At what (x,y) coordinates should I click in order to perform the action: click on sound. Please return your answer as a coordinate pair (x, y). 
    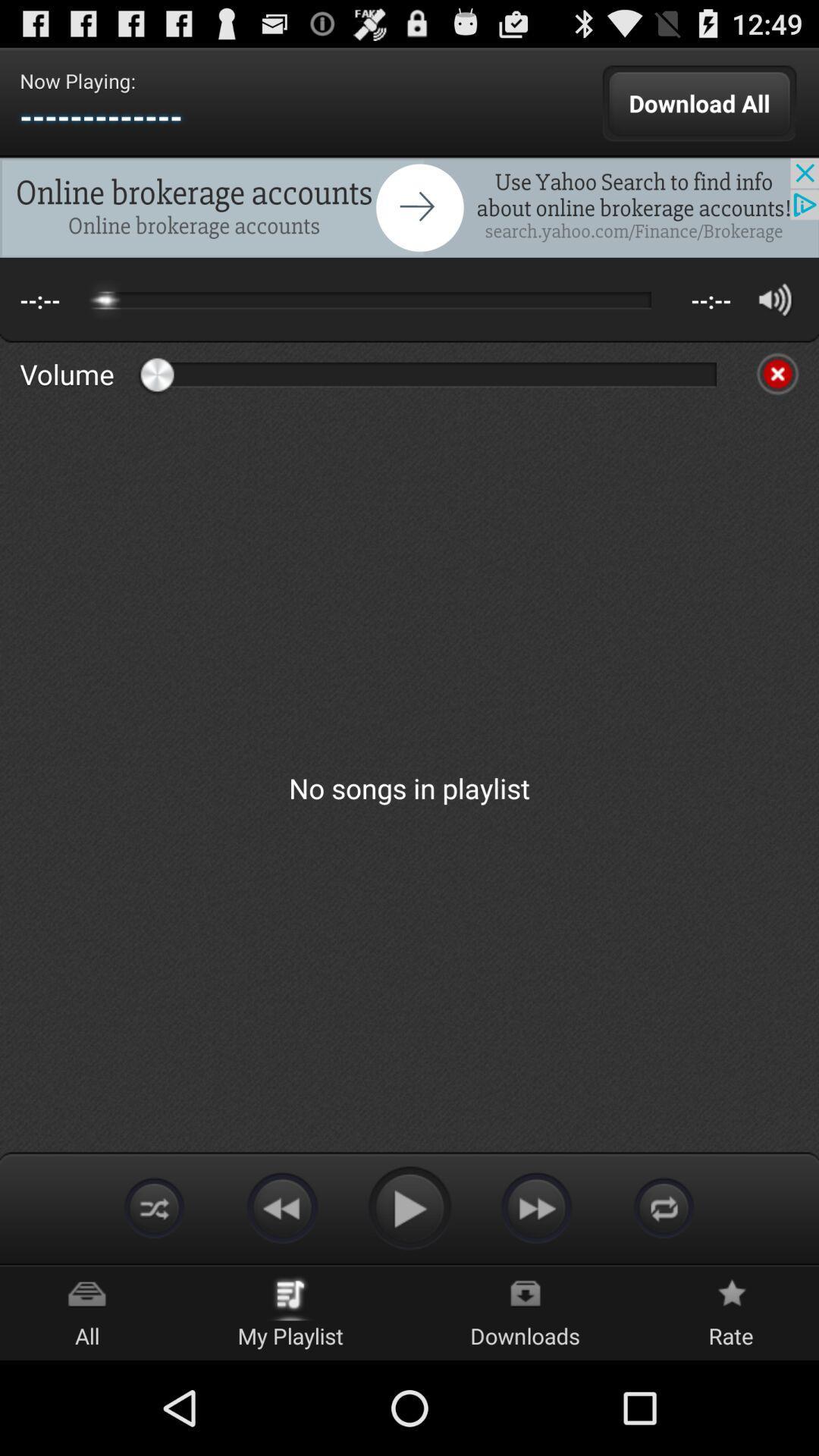
    Looking at the image, I should click on (775, 300).